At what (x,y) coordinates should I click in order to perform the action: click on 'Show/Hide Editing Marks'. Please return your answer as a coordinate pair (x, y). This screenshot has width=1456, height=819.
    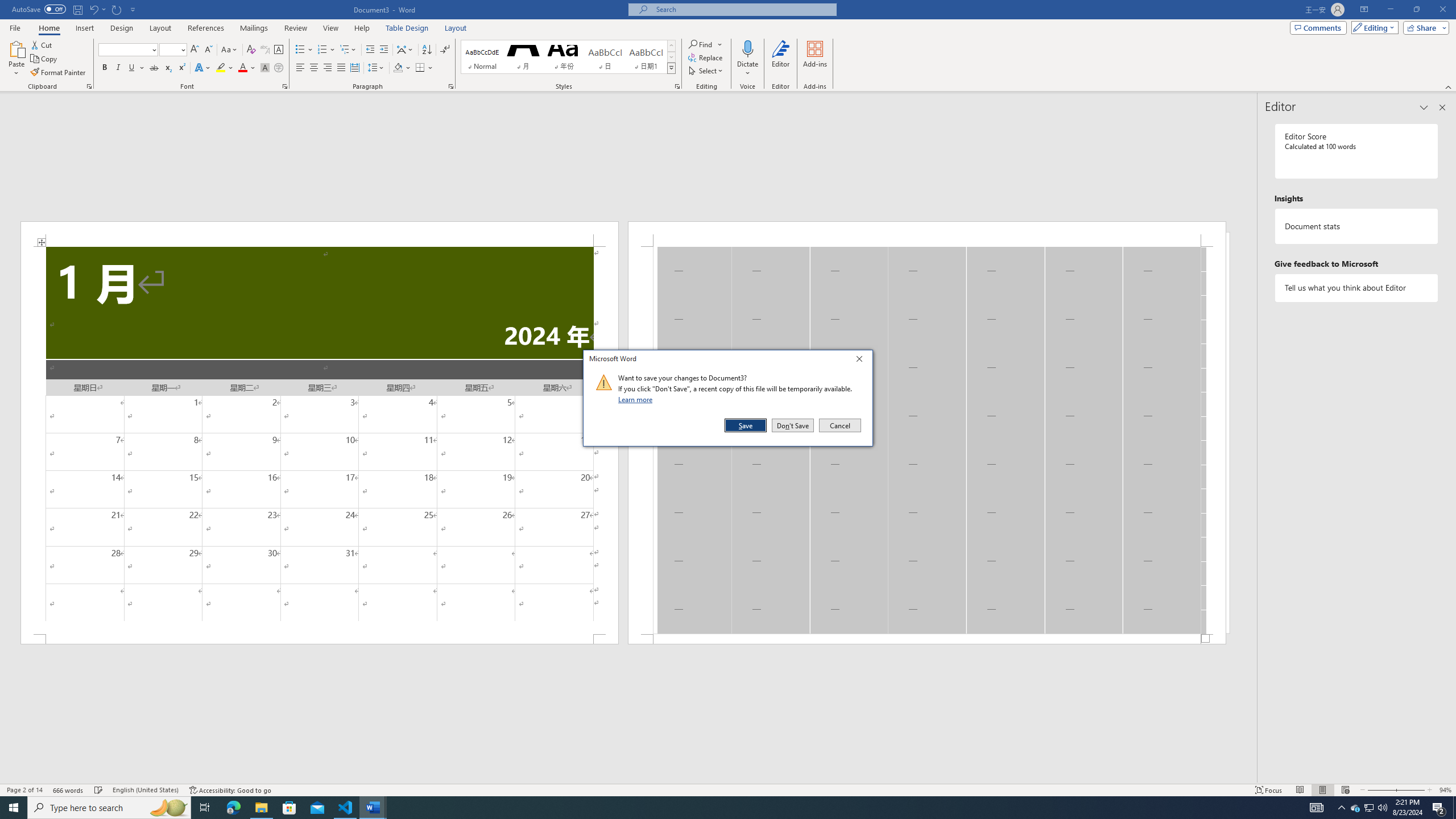
    Looking at the image, I should click on (445, 49).